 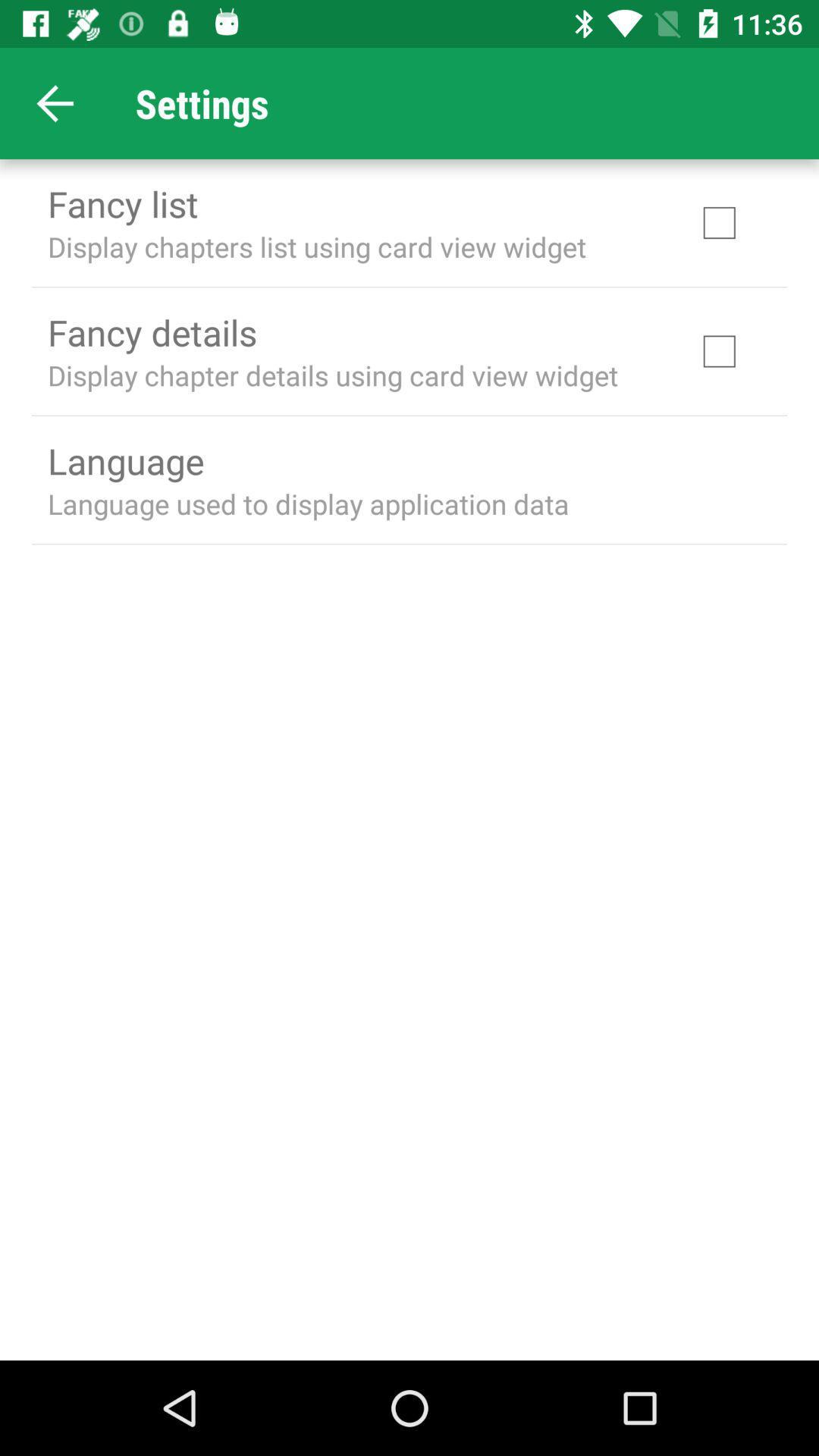 What do you see at coordinates (316, 246) in the screenshot?
I see `the item above fancy details icon` at bounding box center [316, 246].